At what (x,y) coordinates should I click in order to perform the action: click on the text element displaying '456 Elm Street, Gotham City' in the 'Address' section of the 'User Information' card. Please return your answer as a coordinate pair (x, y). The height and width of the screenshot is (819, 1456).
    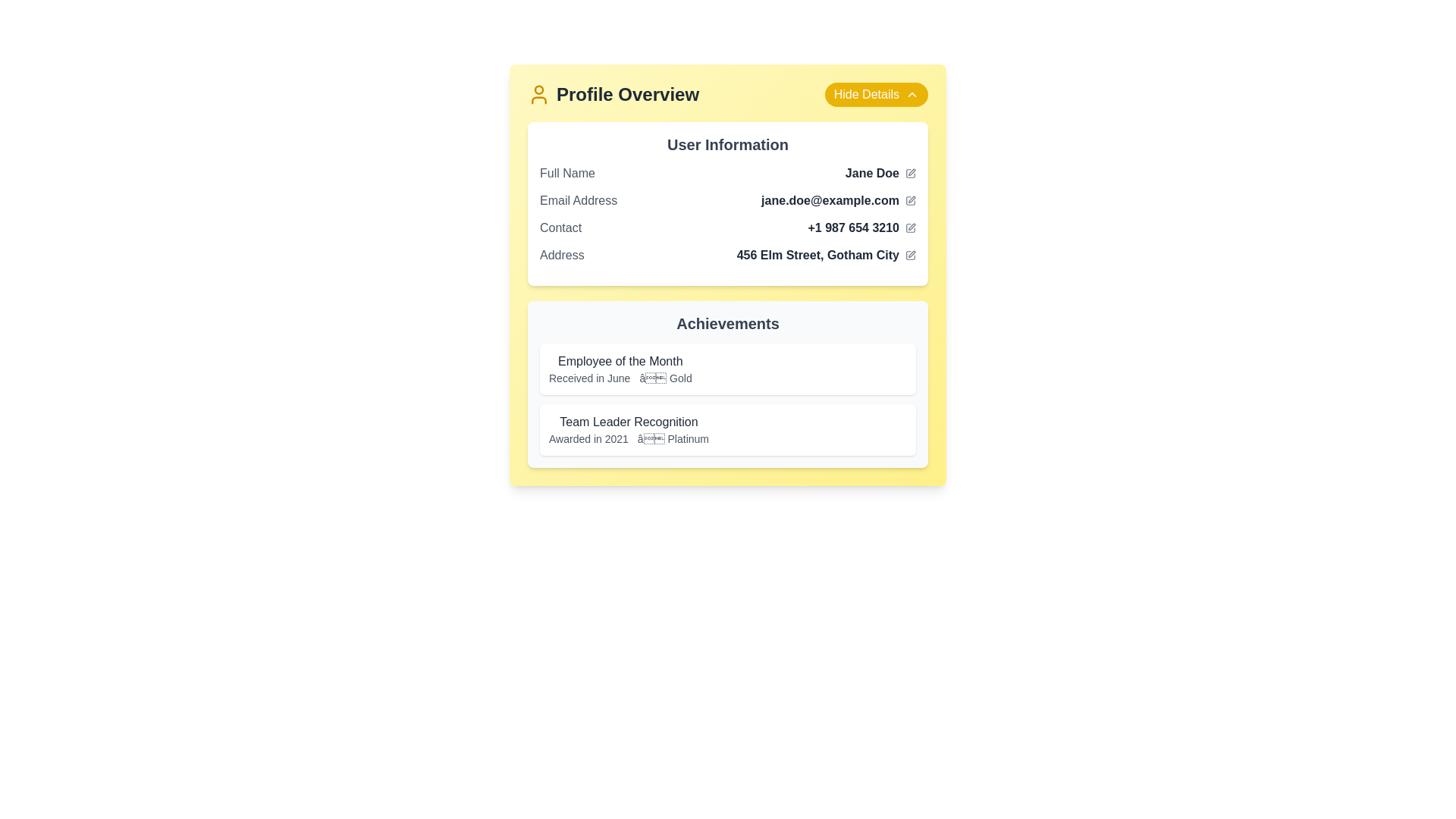
    Looking at the image, I should click on (825, 254).